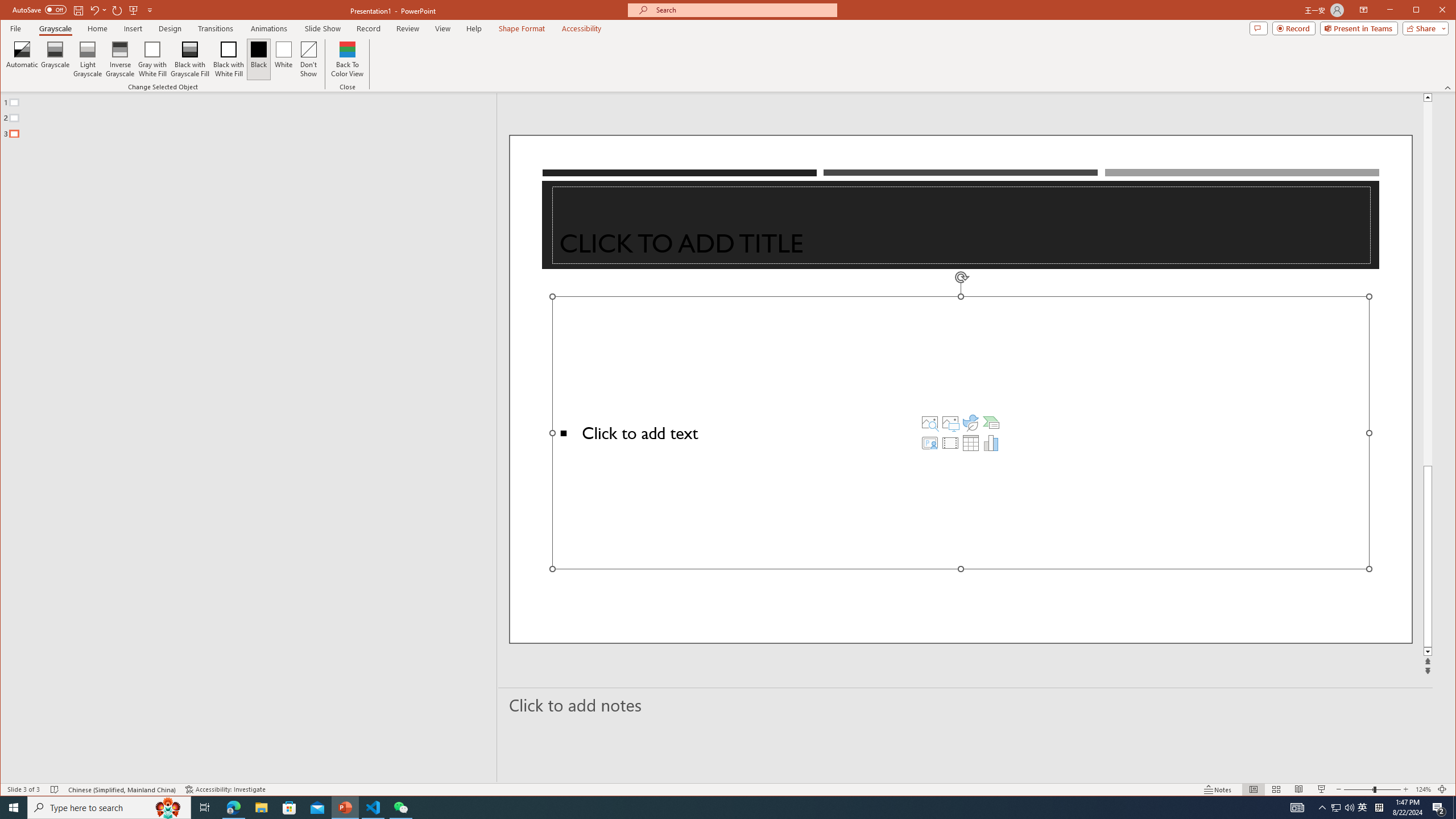 The width and height of the screenshot is (1456, 819). What do you see at coordinates (94, 9) in the screenshot?
I see `'Undo'` at bounding box center [94, 9].